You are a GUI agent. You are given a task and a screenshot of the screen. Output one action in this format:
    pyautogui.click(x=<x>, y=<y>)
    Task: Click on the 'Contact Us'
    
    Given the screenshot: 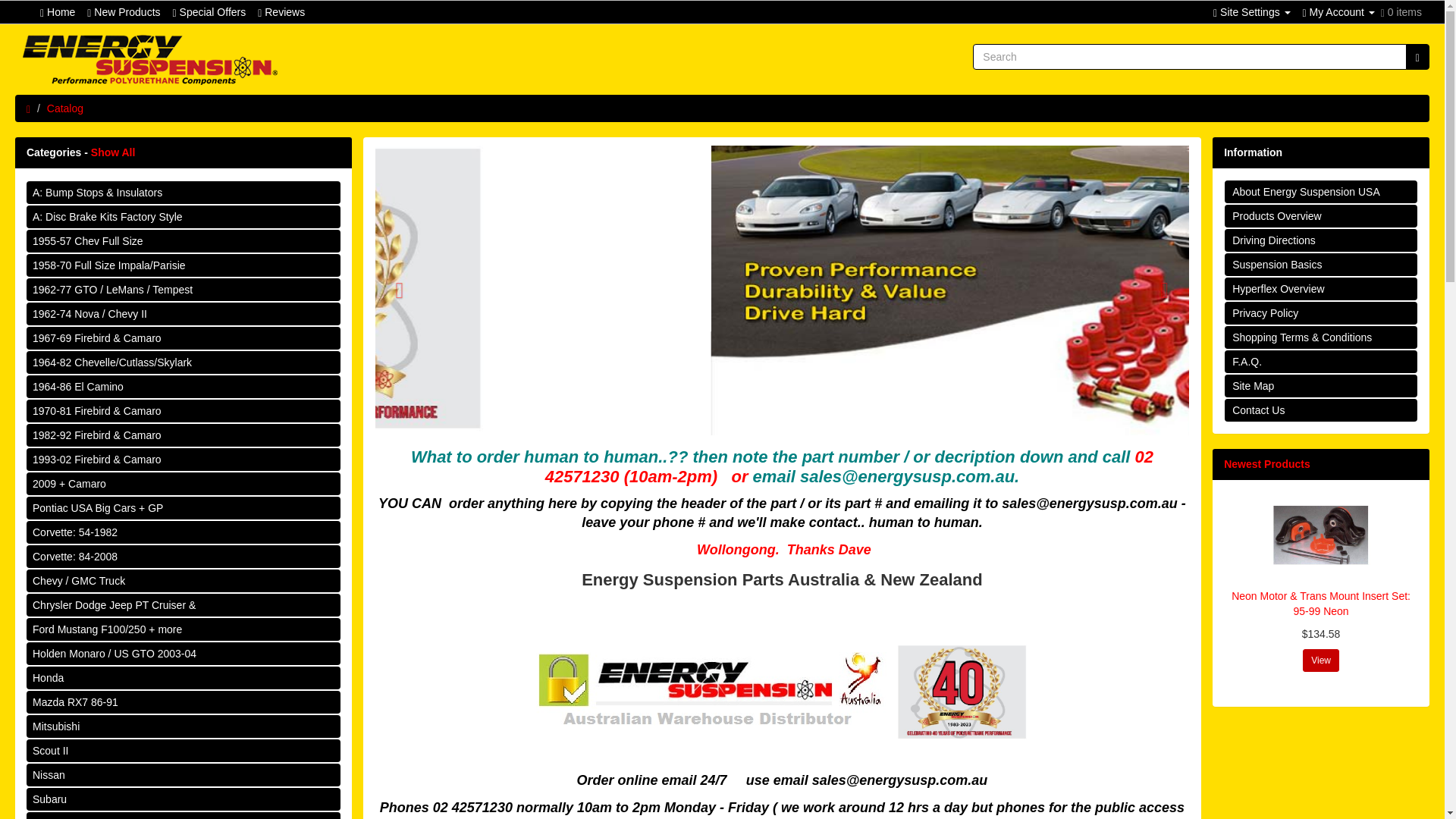 What is the action you would take?
    pyautogui.click(x=1320, y=409)
    